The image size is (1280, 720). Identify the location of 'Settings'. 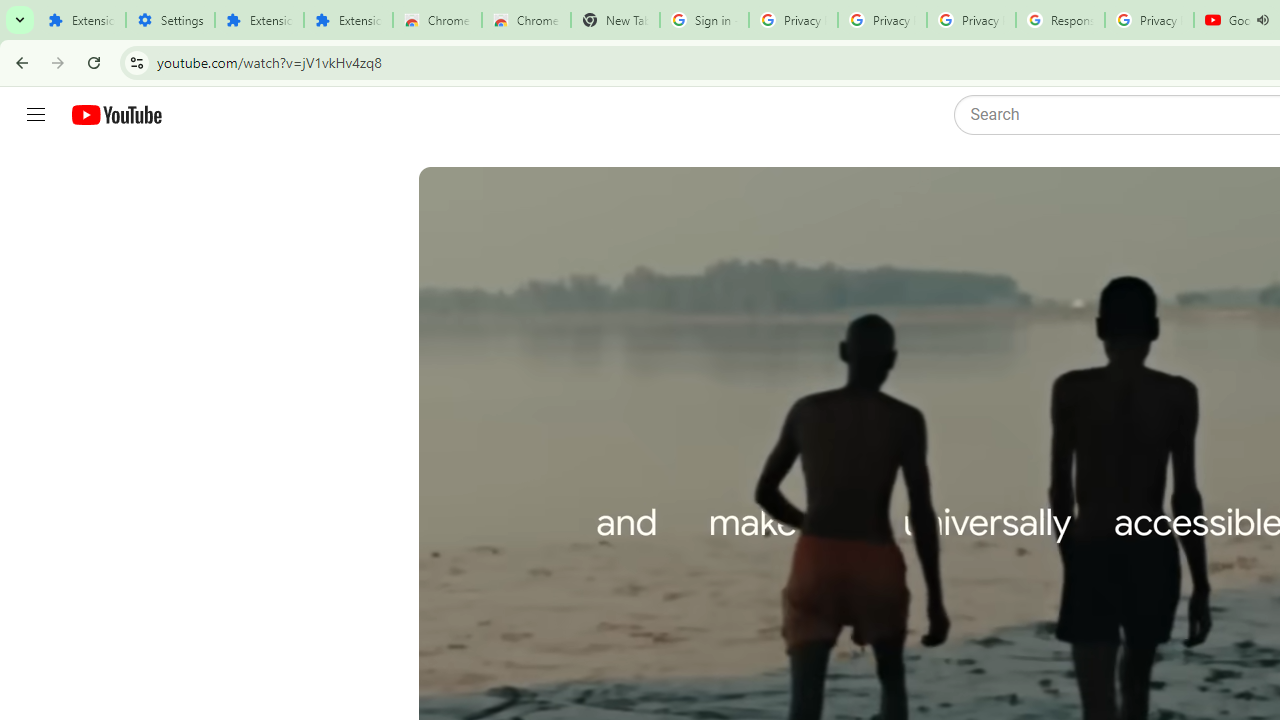
(170, 20).